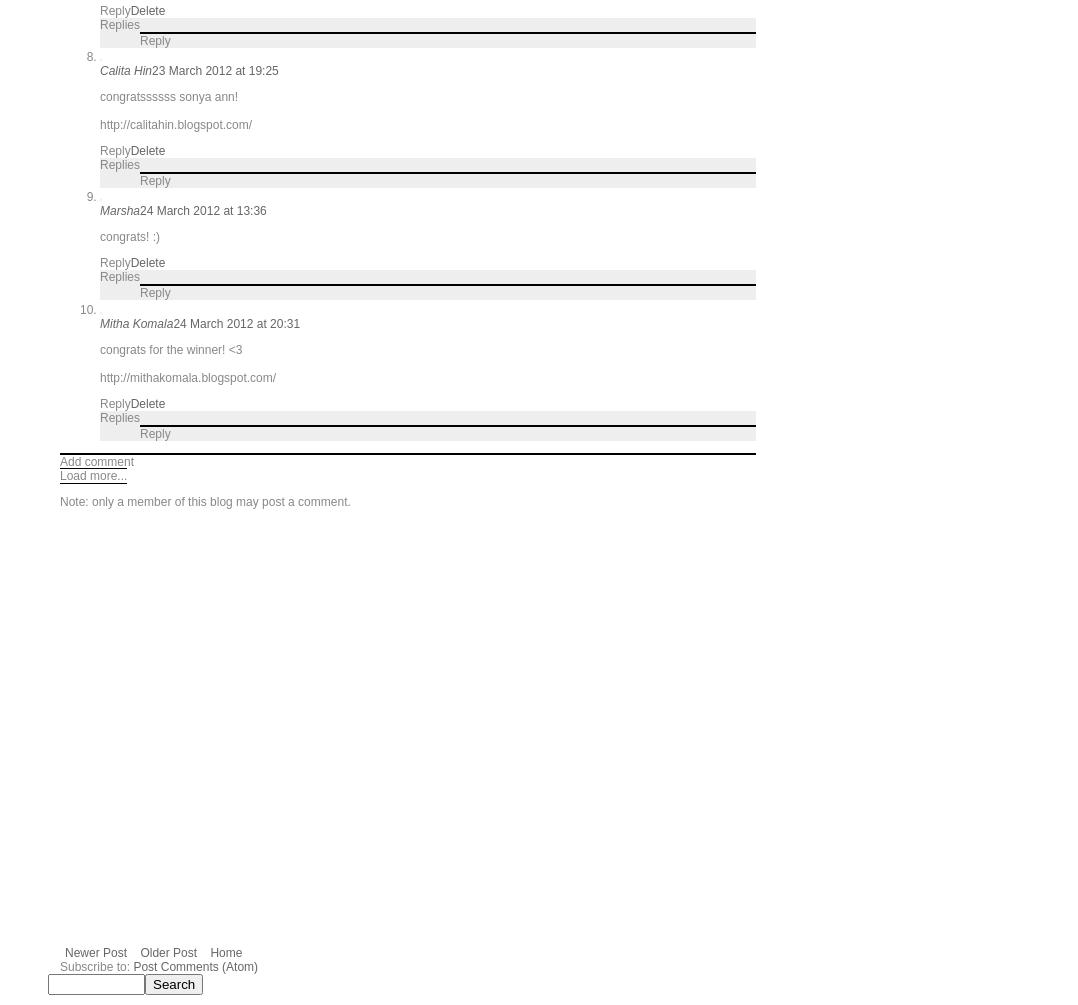 The image size is (1078, 1005). I want to click on '24 March 2012 at 20:31', so click(235, 322).